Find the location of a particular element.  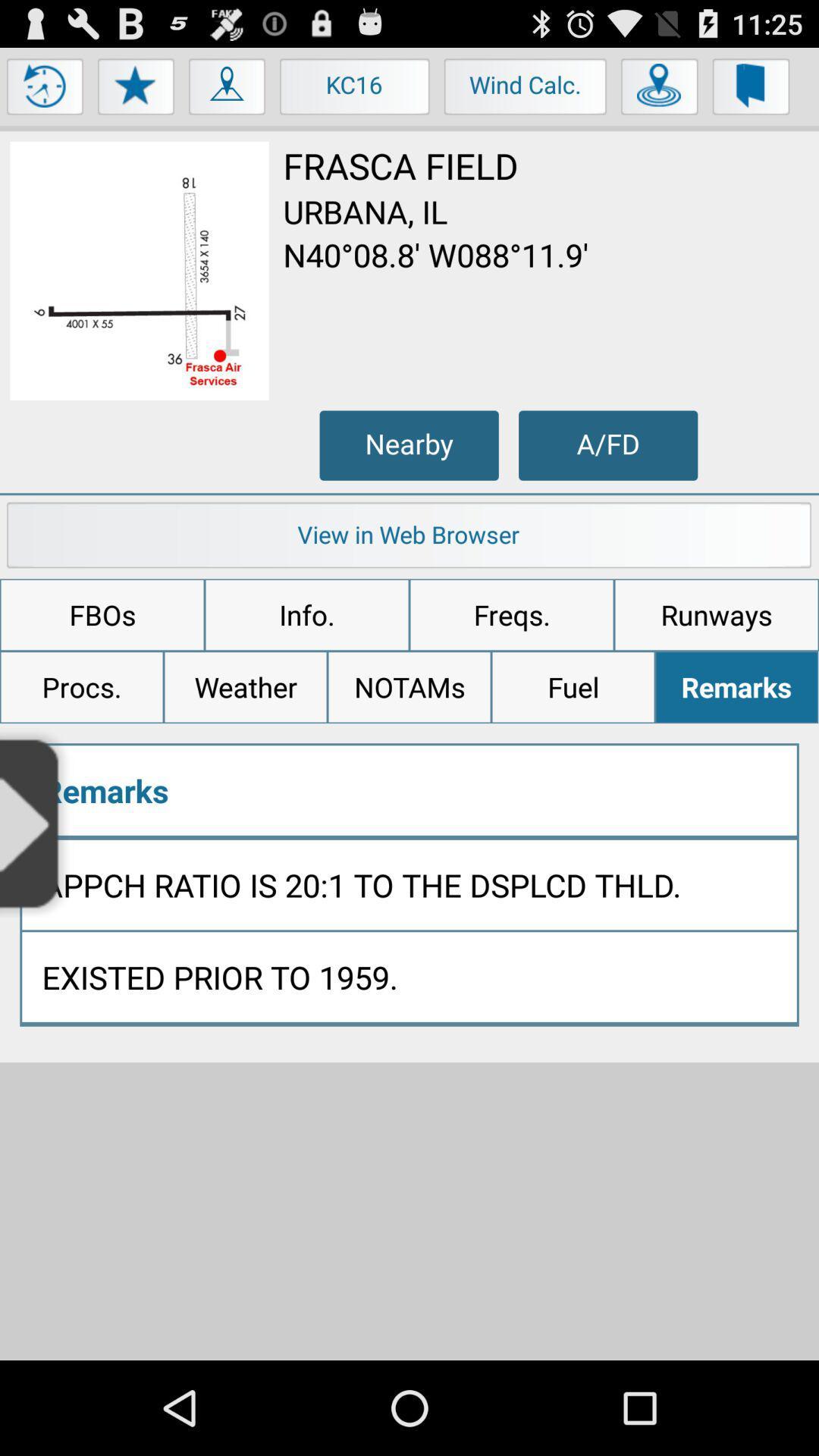

star button is located at coordinates (136, 89).